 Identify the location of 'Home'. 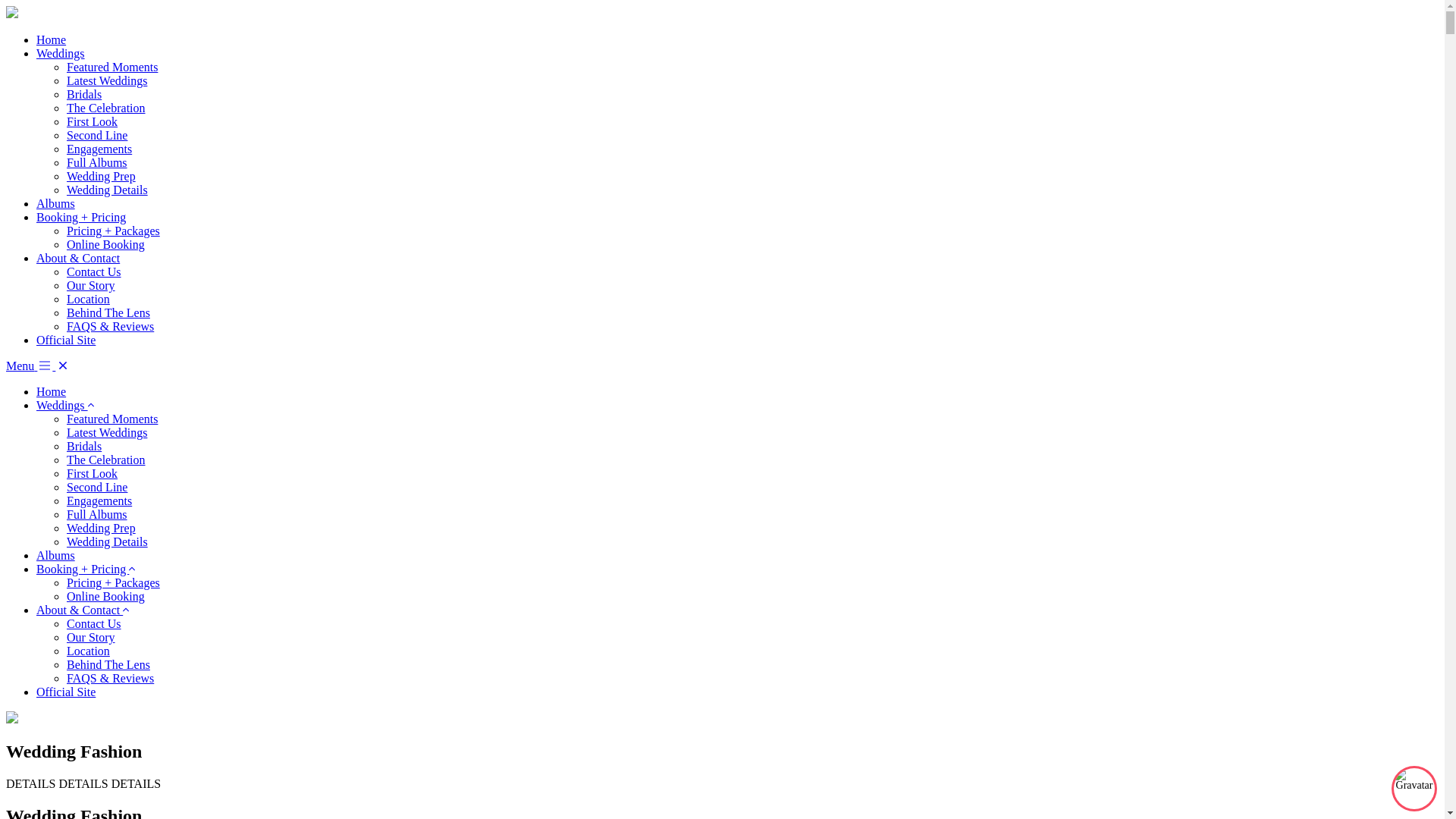
(36, 39).